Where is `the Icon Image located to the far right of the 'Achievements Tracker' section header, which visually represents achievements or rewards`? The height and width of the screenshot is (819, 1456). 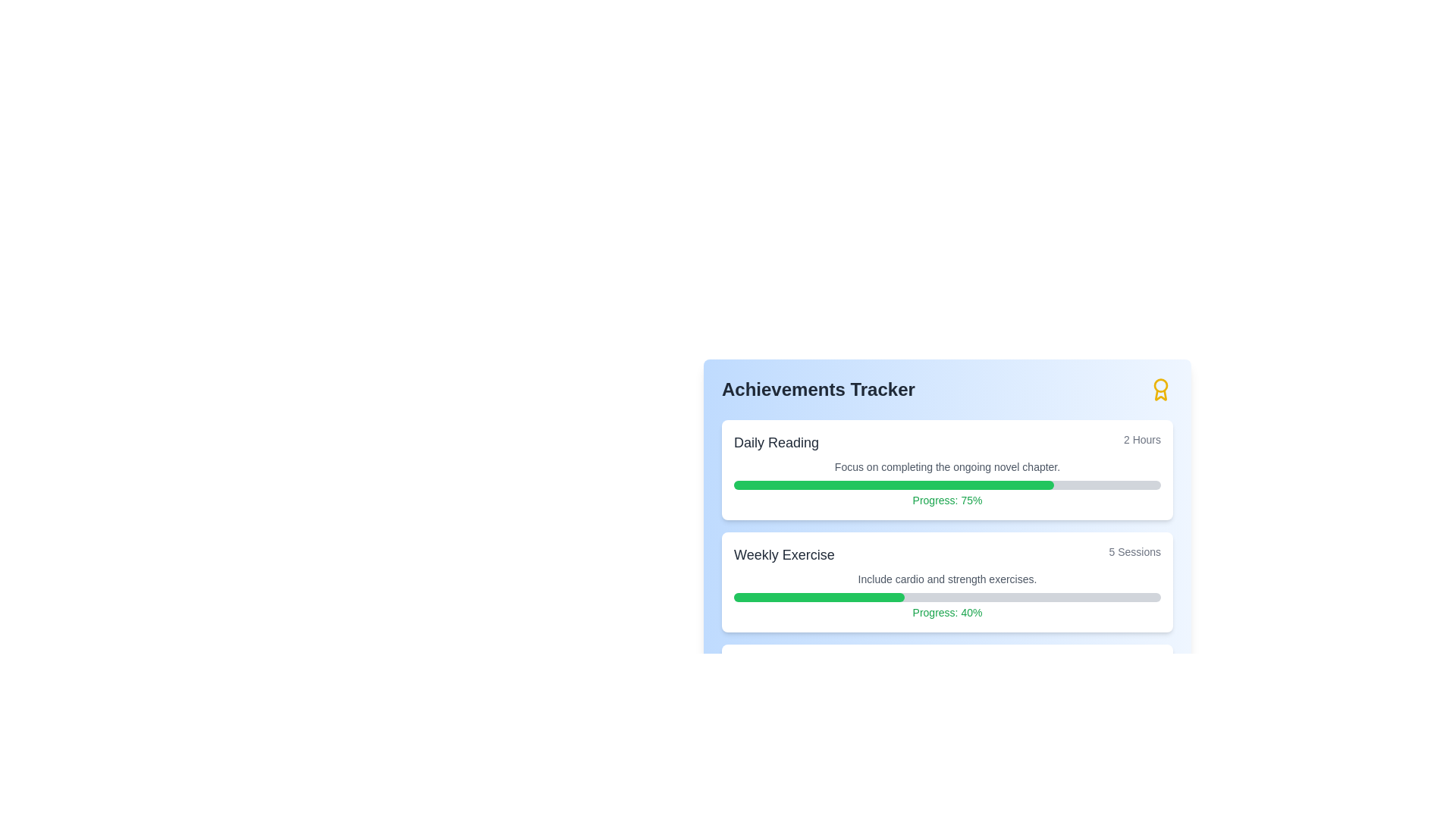 the Icon Image located to the far right of the 'Achievements Tracker' section header, which visually represents achievements or rewards is located at coordinates (1160, 388).